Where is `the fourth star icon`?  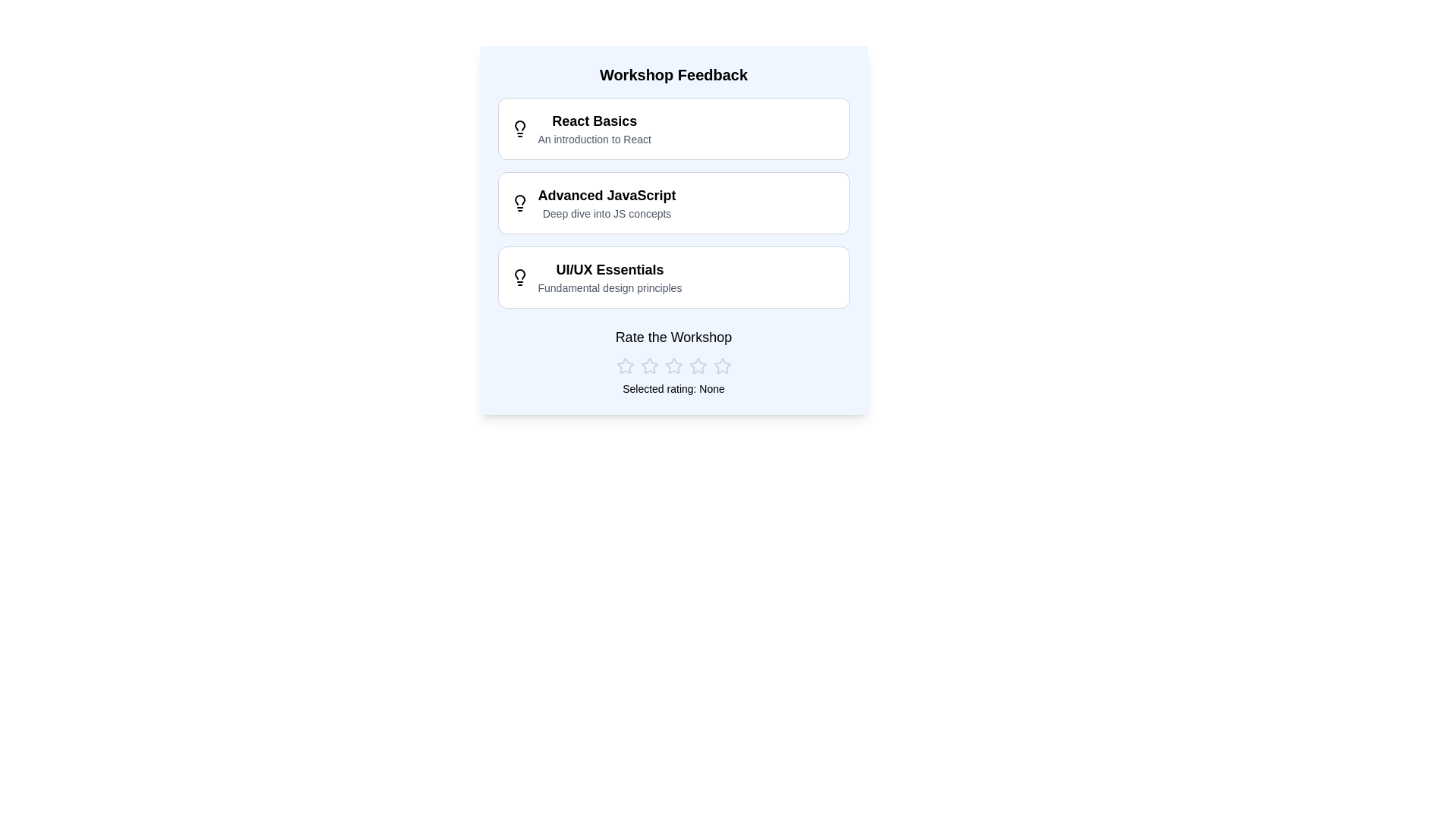
the fourth star icon is located at coordinates (697, 366).